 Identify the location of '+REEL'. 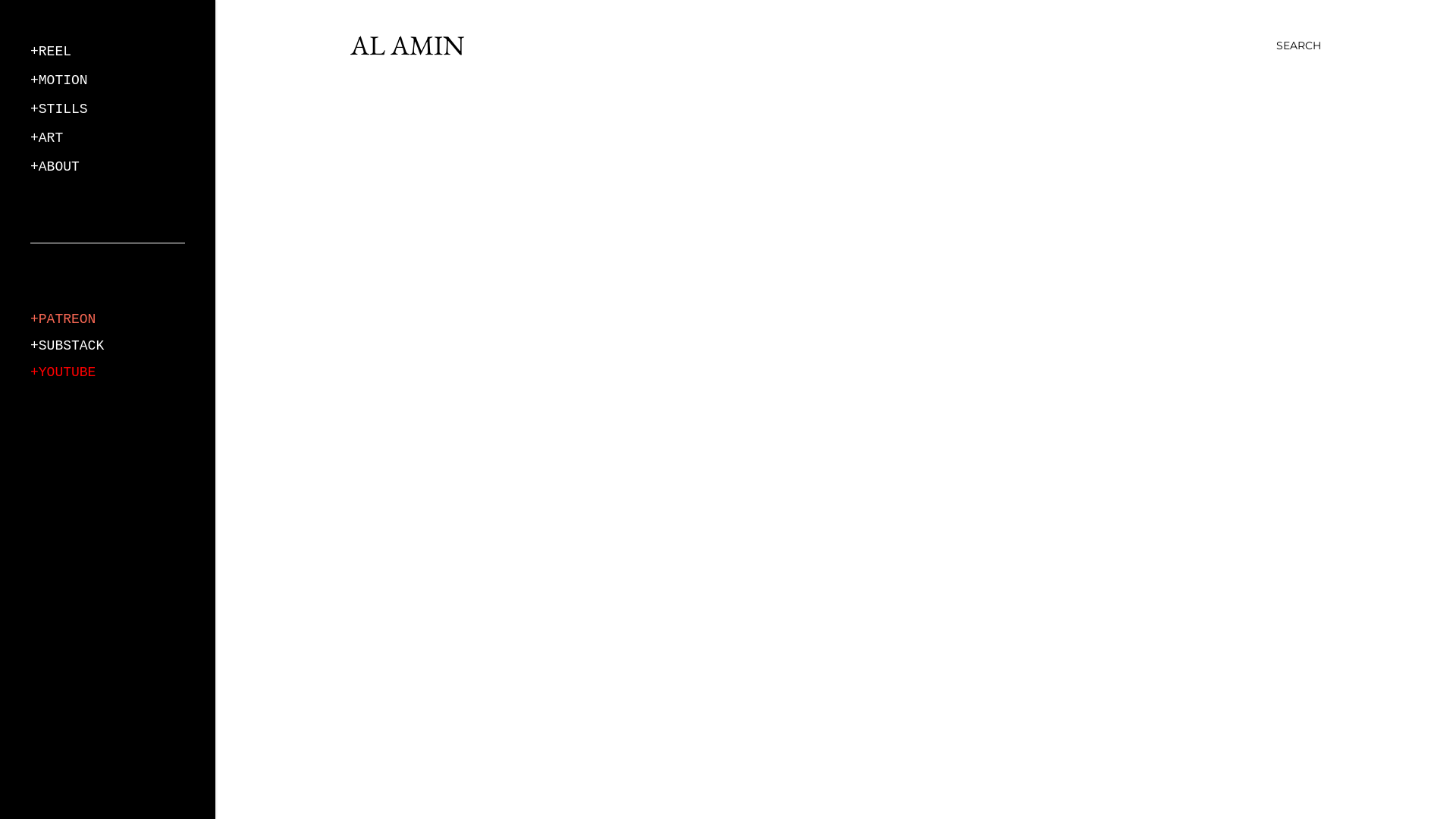
(51, 51).